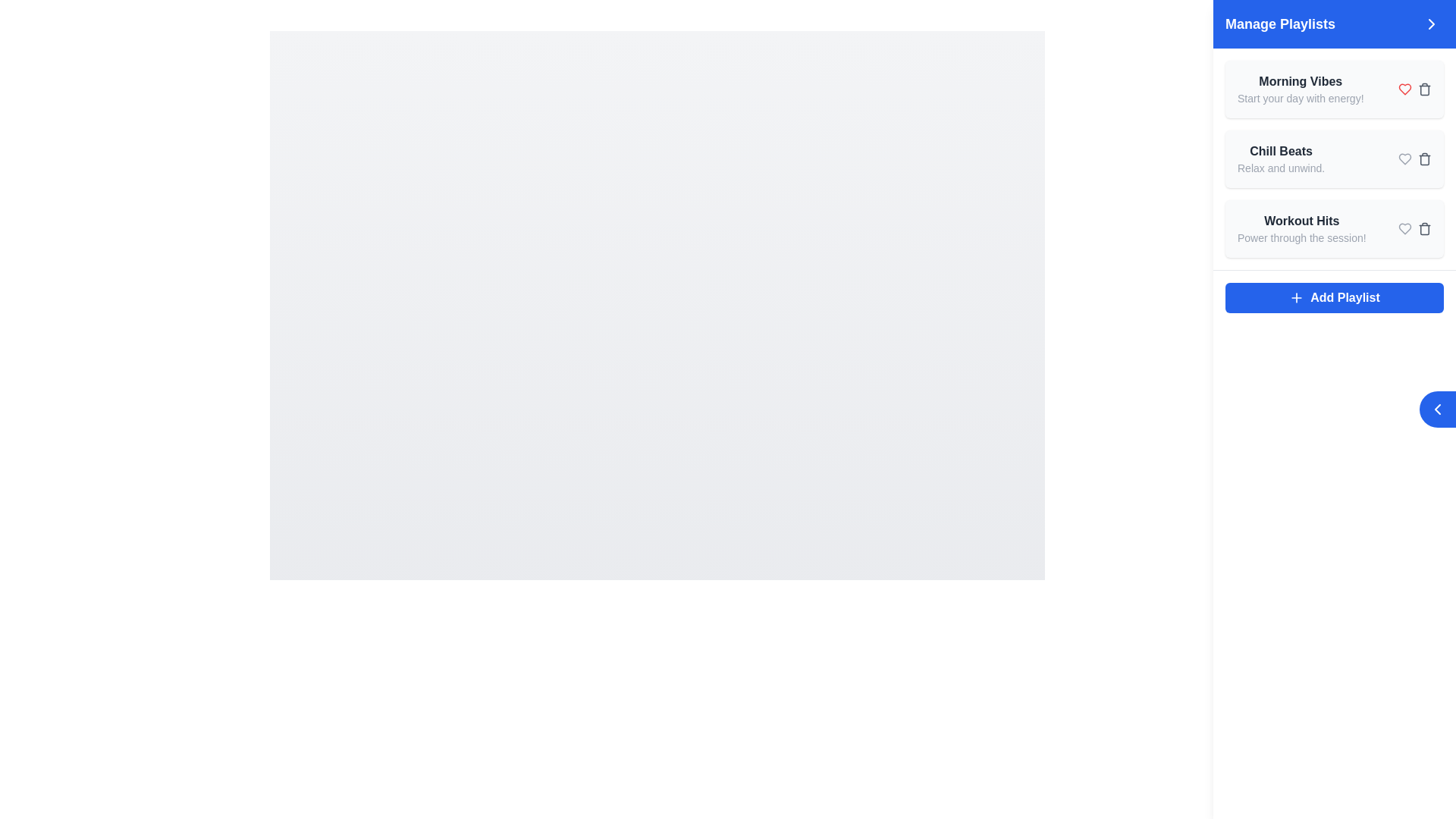 The image size is (1456, 819). What do you see at coordinates (1437, 409) in the screenshot?
I see `the rounded button containing the left-facing chevron icon with a blue background and white border` at bounding box center [1437, 409].